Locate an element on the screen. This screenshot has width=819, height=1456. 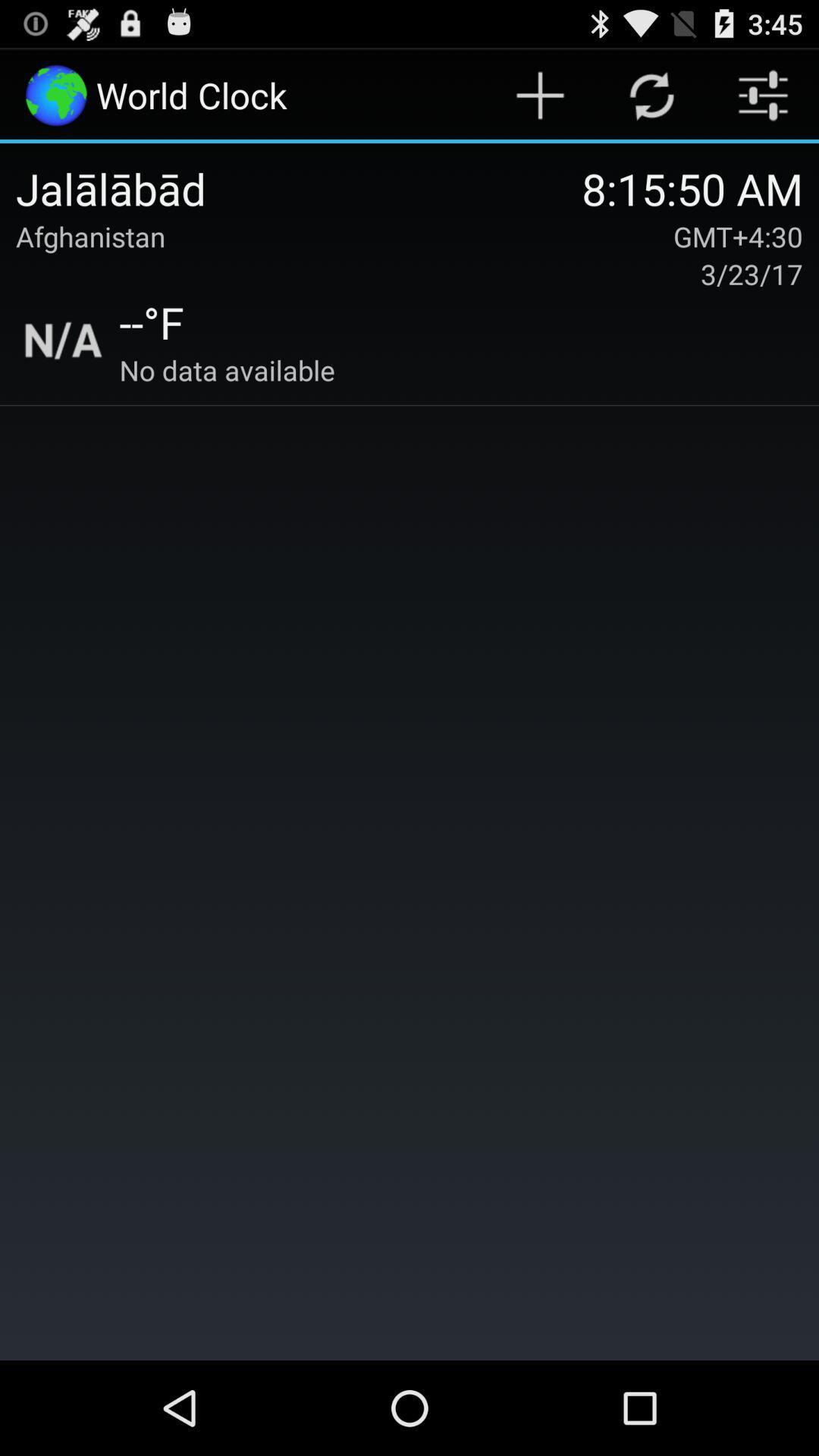
gmt+4:30 item is located at coordinates (737, 236).